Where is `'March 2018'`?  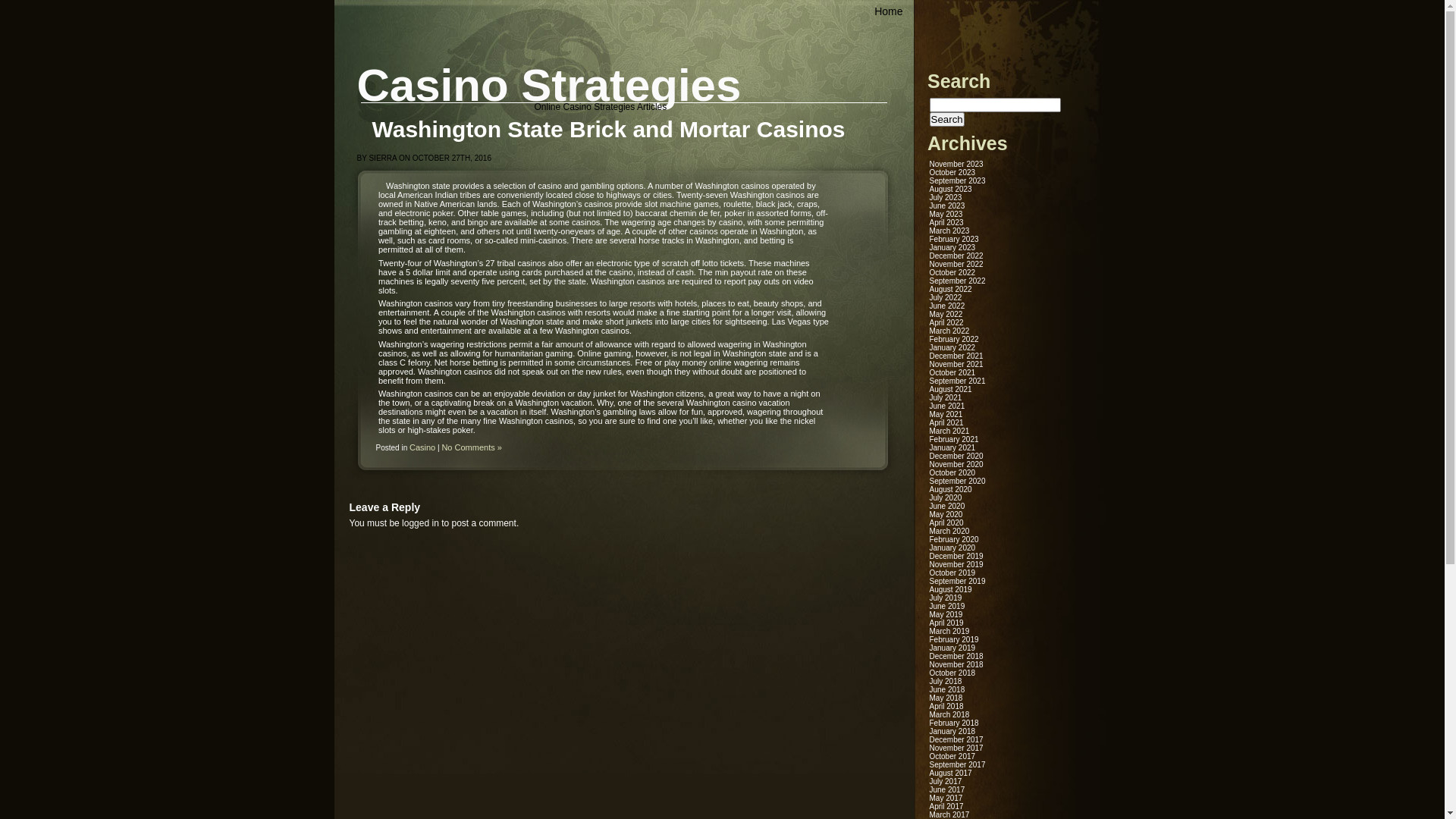 'March 2018' is located at coordinates (949, 714).